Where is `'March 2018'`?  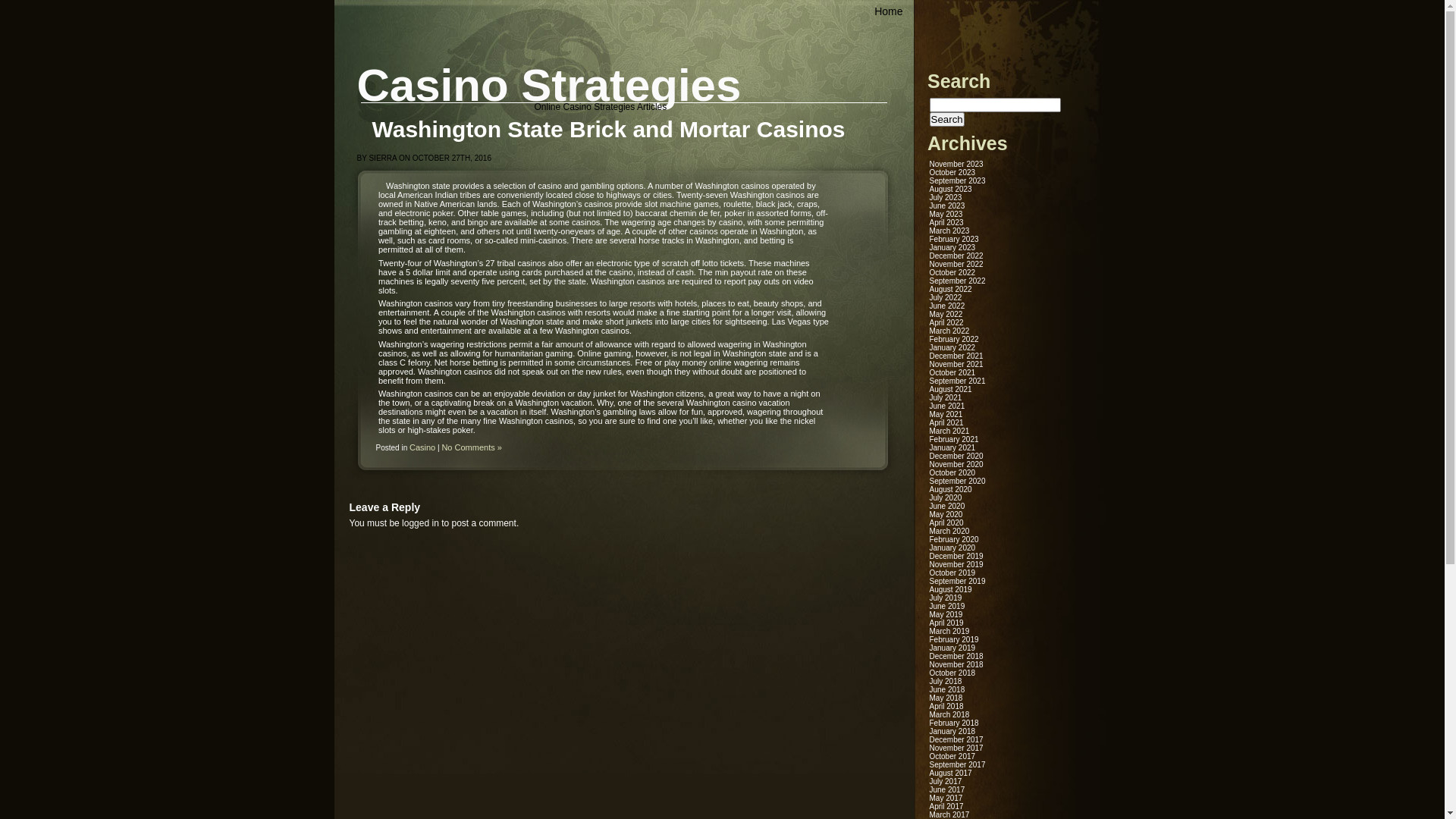 'March 2018' is located at coordinates (949, 714).